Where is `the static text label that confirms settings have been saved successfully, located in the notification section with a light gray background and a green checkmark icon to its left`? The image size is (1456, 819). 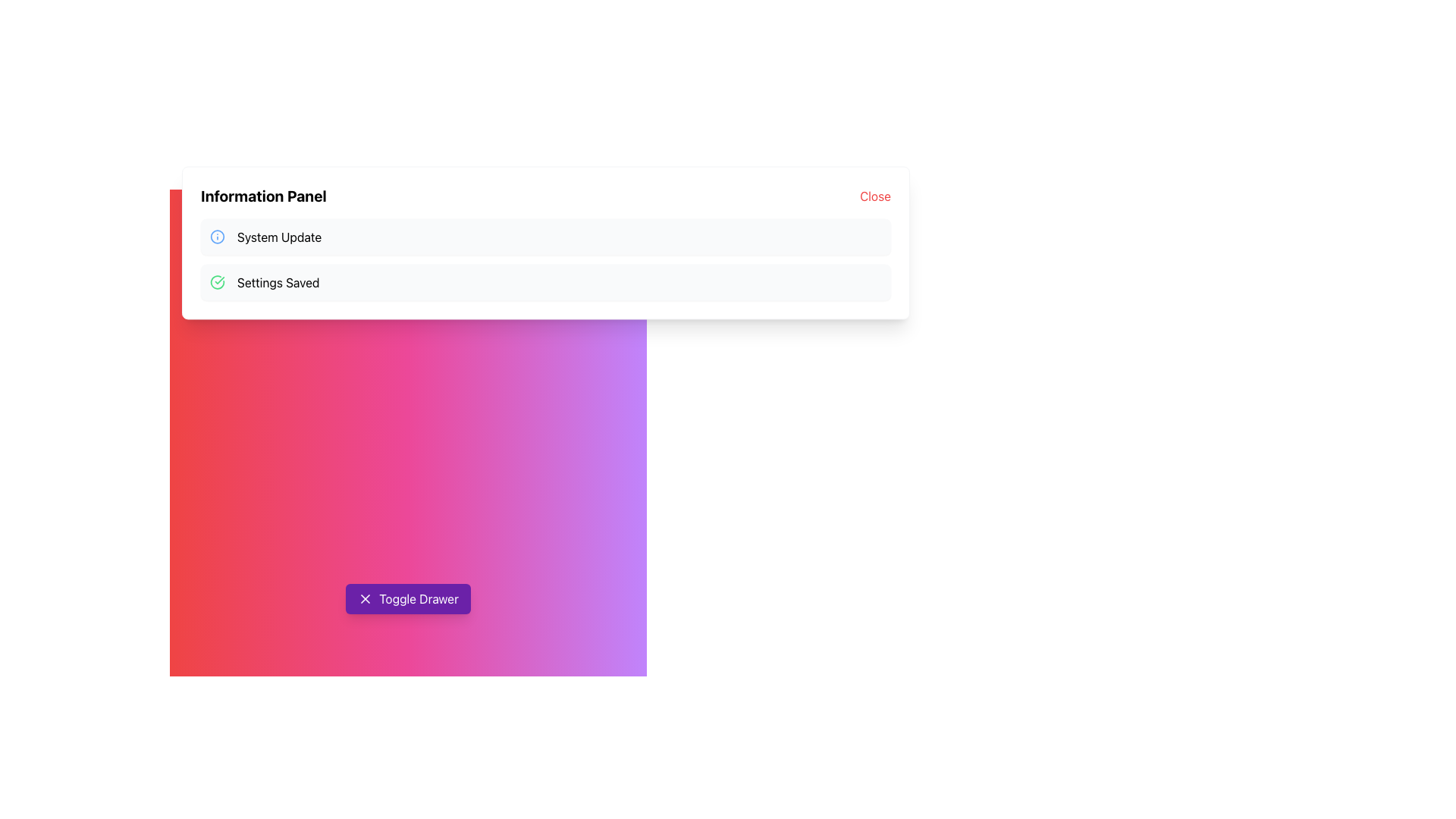
the static text label that confirms settings have been saved successfully, located in the notification section with a light gray background and a green checkmark icon to its left is located at coordinates (278, 282).